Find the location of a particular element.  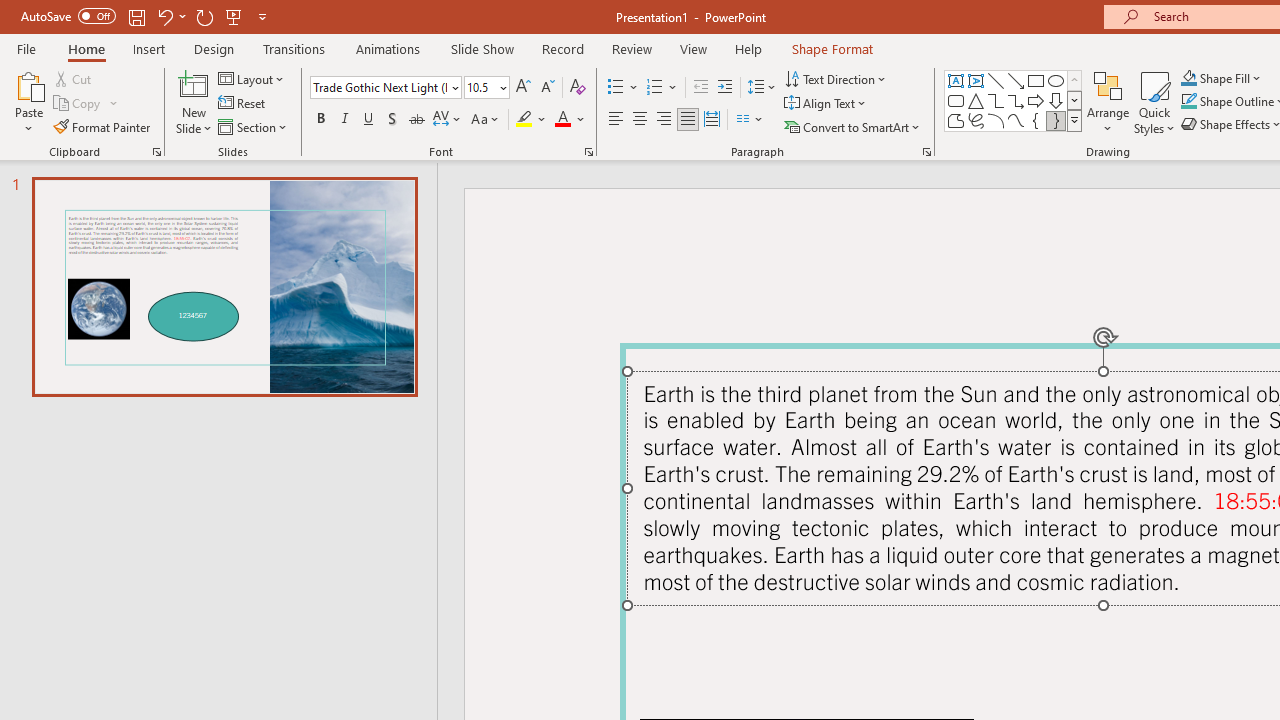

'Clear Formatting' is located at coordinates (576, 86).